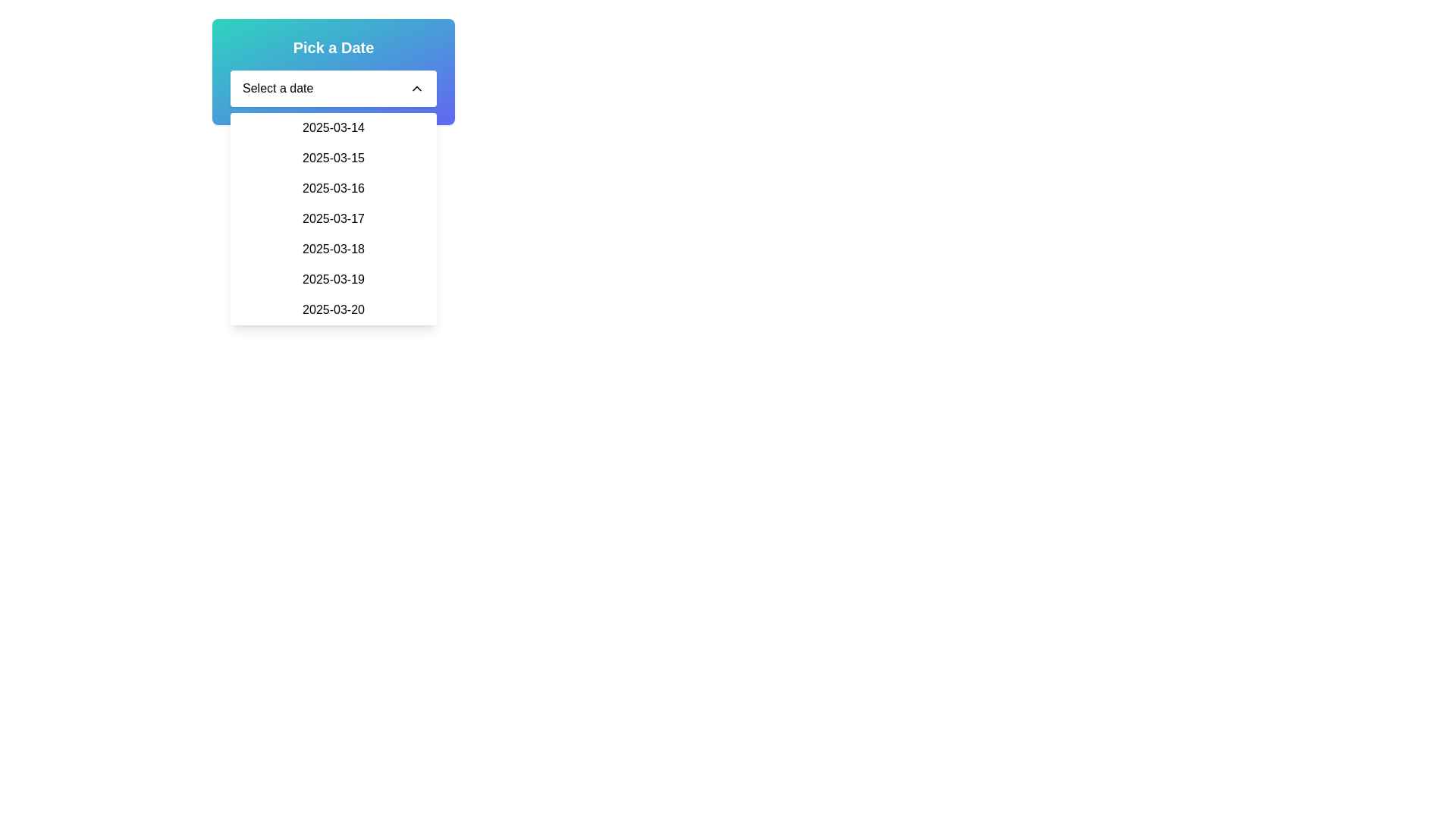 The width and height of the screenshot is (1456, 819). Describe the element at coordinates (333, 188) in the screenshot. I see `the list item displaying the date '2025-03-16'` at that location.